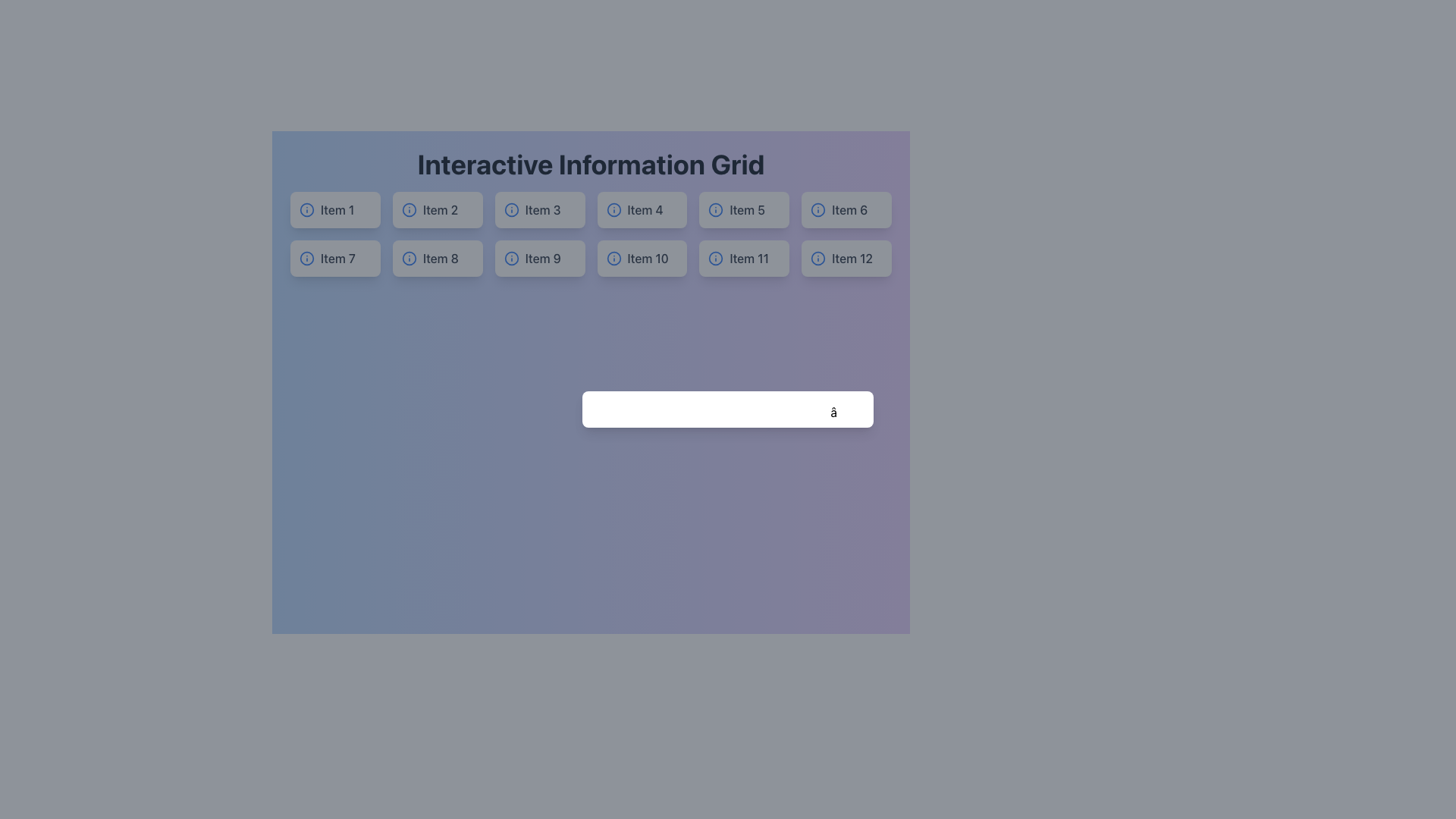 The image size is (1456, 819). I want to click on the small circular blue icon with an 'i' symbol located inside the button labeled 'Item 5', so click(715, 210).